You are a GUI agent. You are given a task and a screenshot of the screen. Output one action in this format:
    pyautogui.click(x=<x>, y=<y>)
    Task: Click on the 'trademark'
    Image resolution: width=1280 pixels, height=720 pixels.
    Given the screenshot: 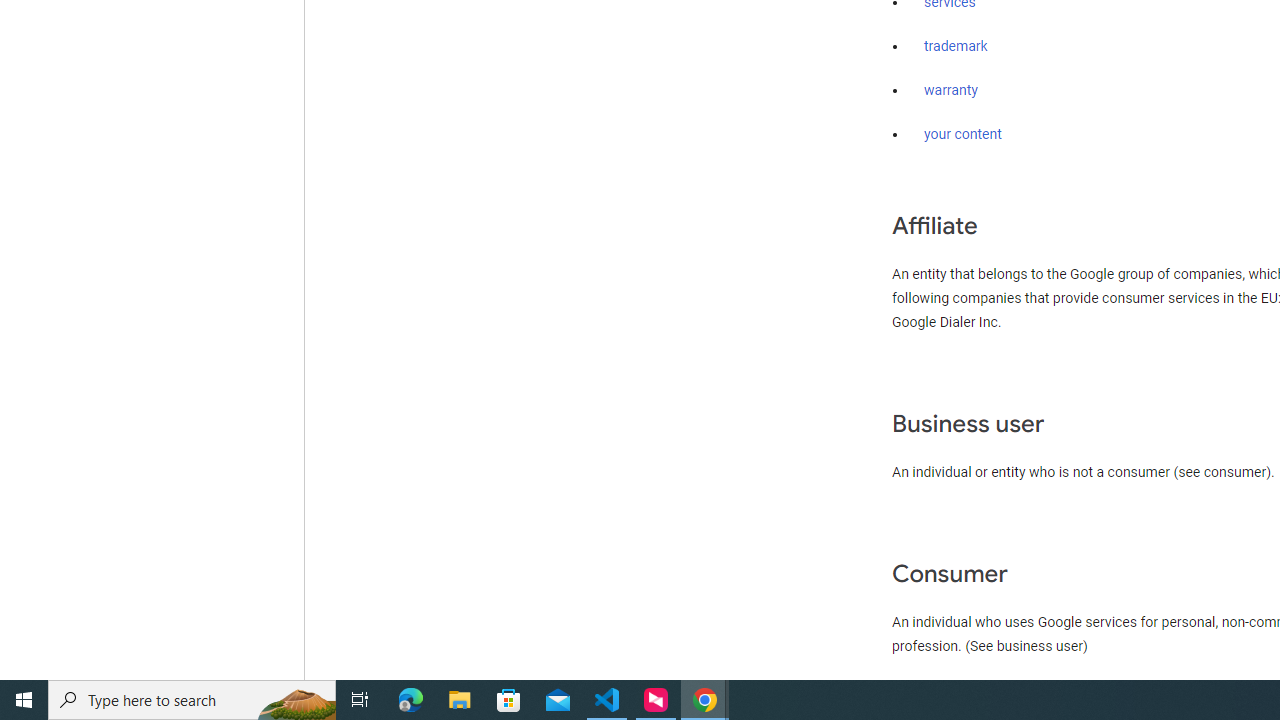 What is the action you would take?
    pyautogui.click(x=955, y=46)
    